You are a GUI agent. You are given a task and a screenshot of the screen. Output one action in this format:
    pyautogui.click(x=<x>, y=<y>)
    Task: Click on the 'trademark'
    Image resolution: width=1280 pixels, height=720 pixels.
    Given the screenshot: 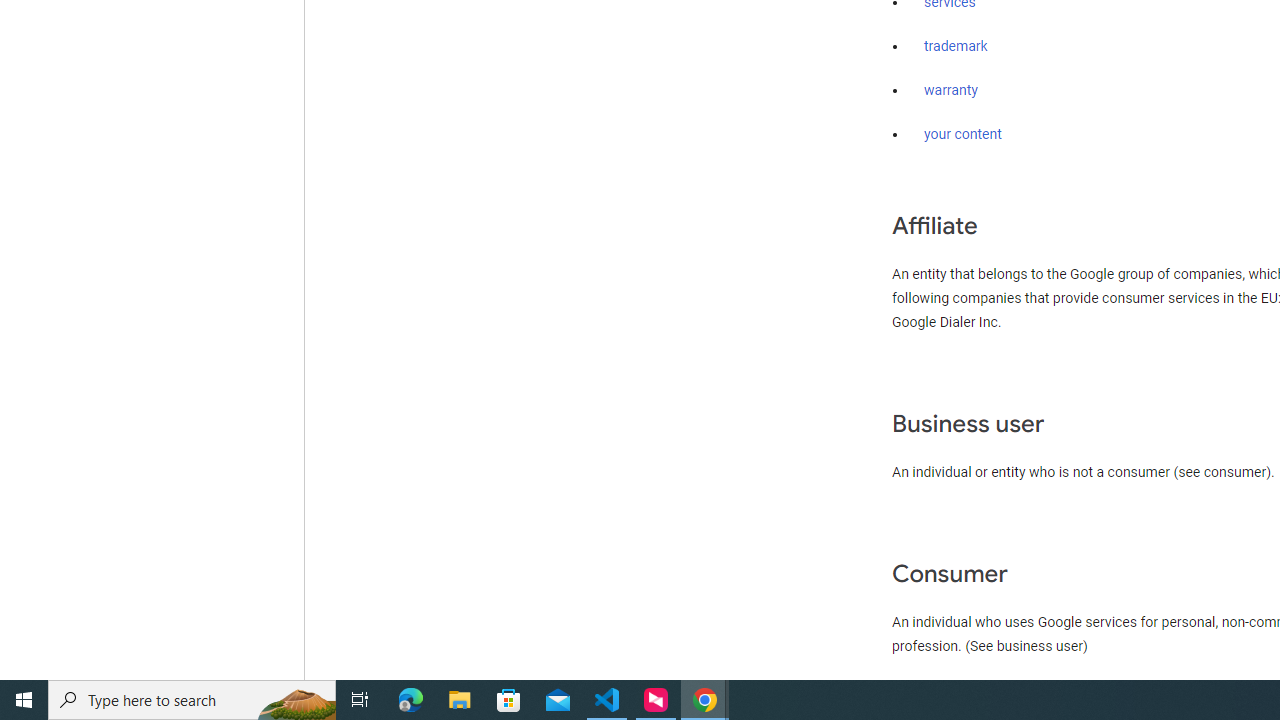 What is the action you would take?
    pyautogui.click(x=955, y=46)
    